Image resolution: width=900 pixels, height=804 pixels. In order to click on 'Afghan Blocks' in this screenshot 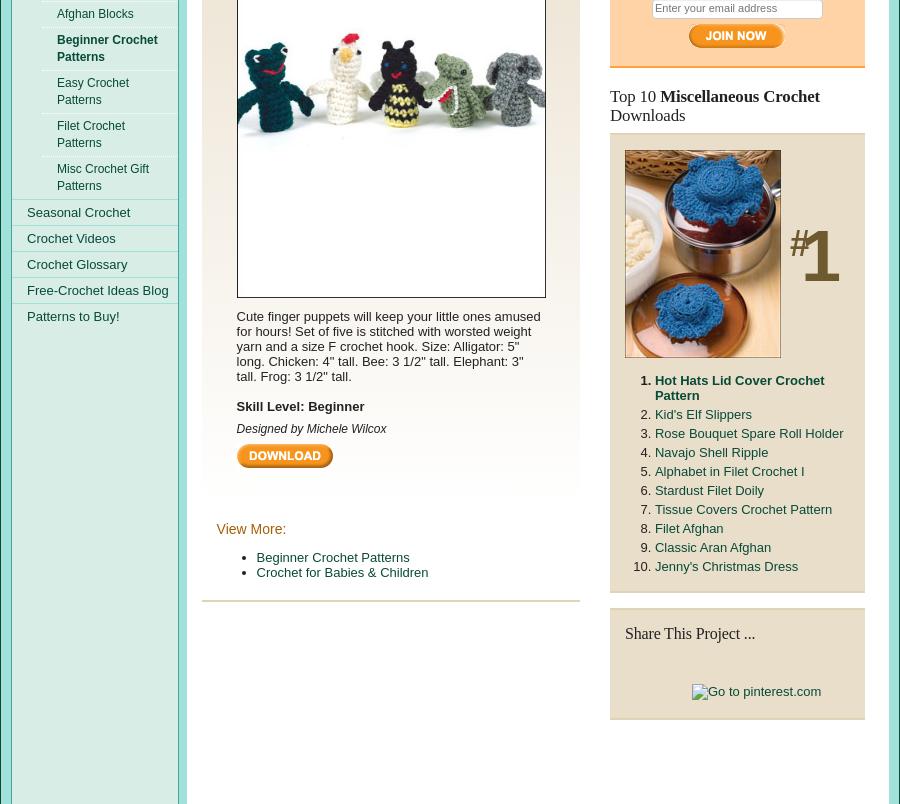, I will do `click(94, 13)`.